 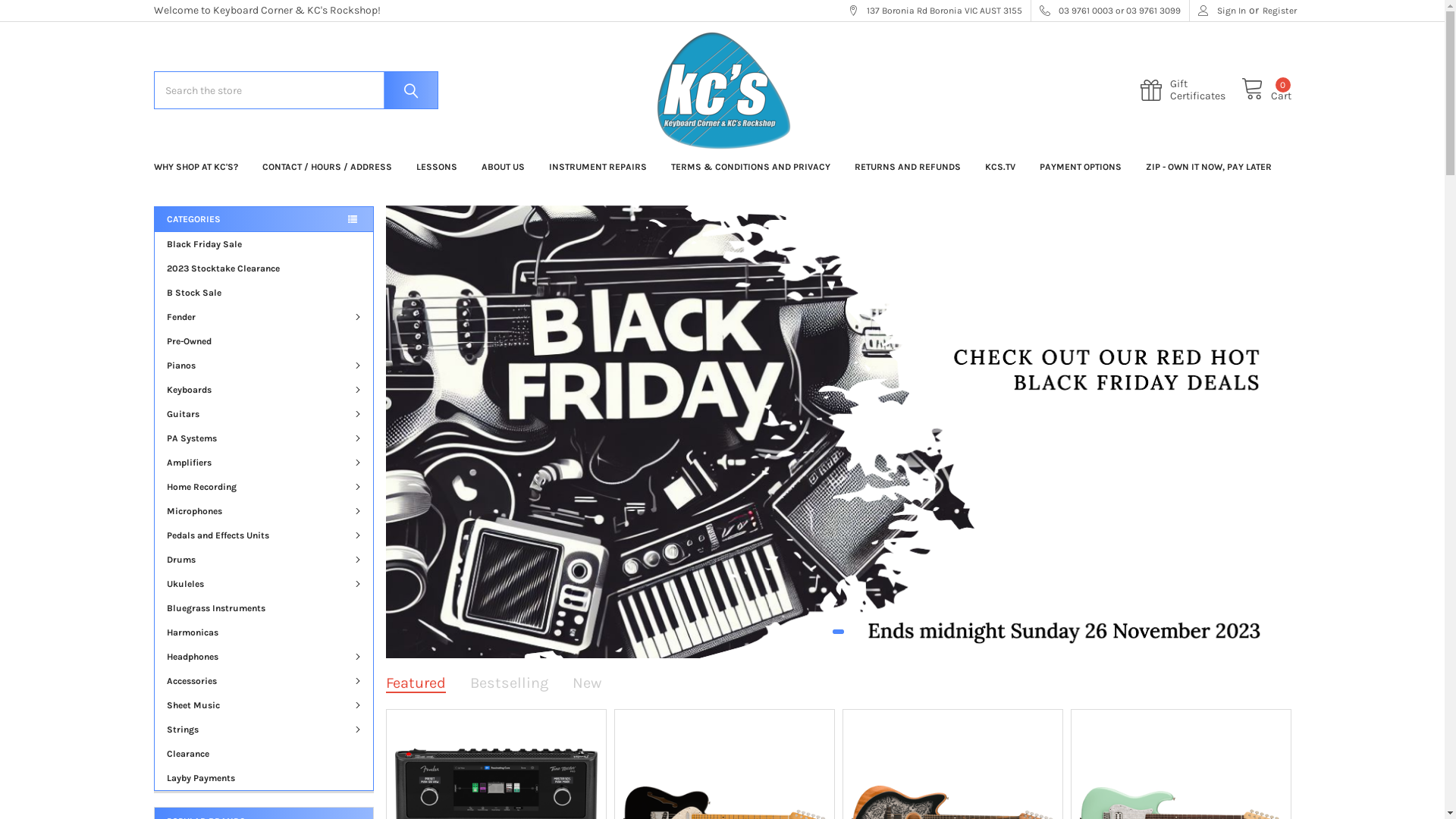 I want to click on 'KCS.TV', so click(x=971, y=166).